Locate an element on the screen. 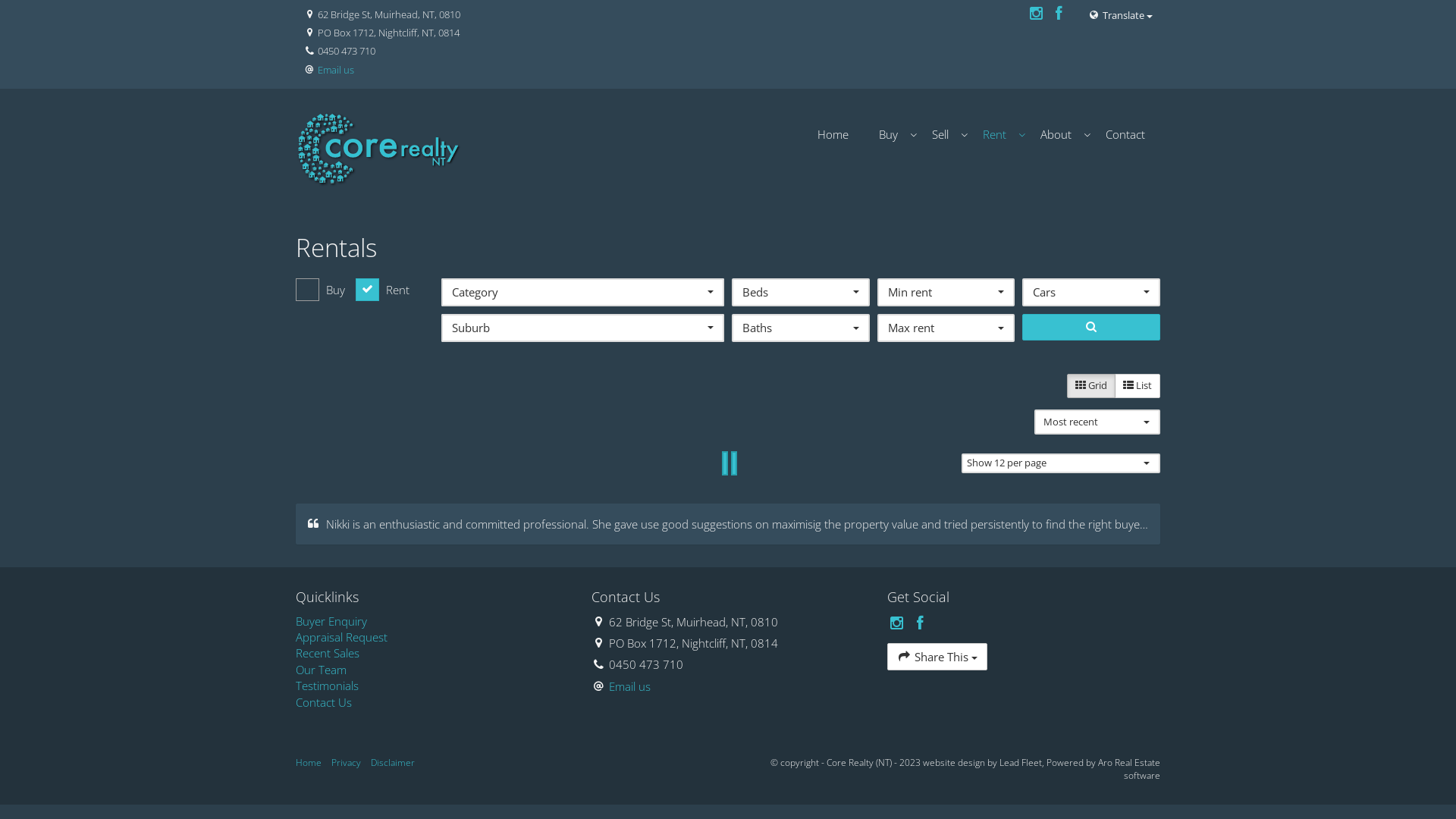  'Translate' is located at coordinates (1120, 14).